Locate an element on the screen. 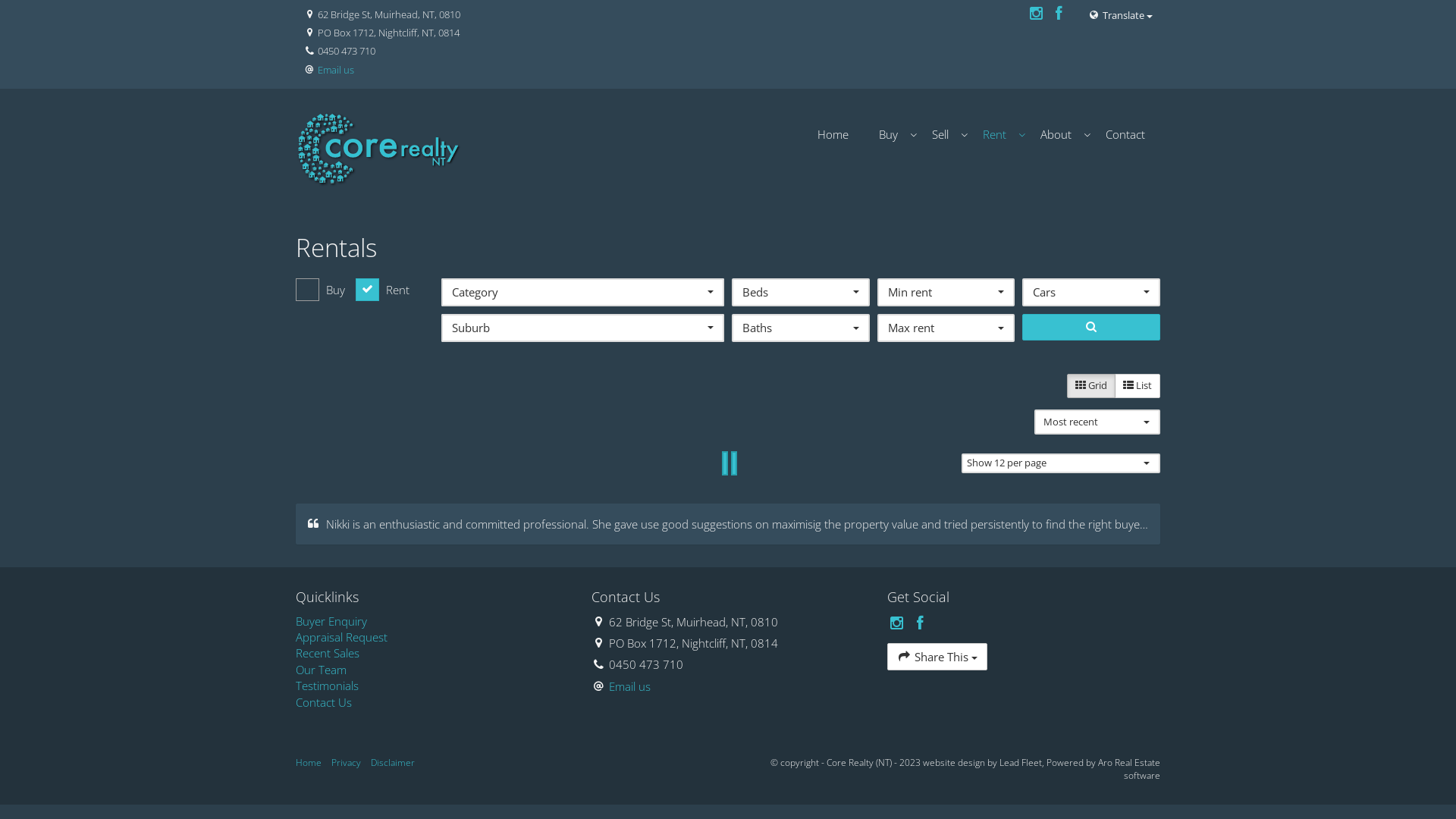  'Translate' is located at coordinates (1120, 14).